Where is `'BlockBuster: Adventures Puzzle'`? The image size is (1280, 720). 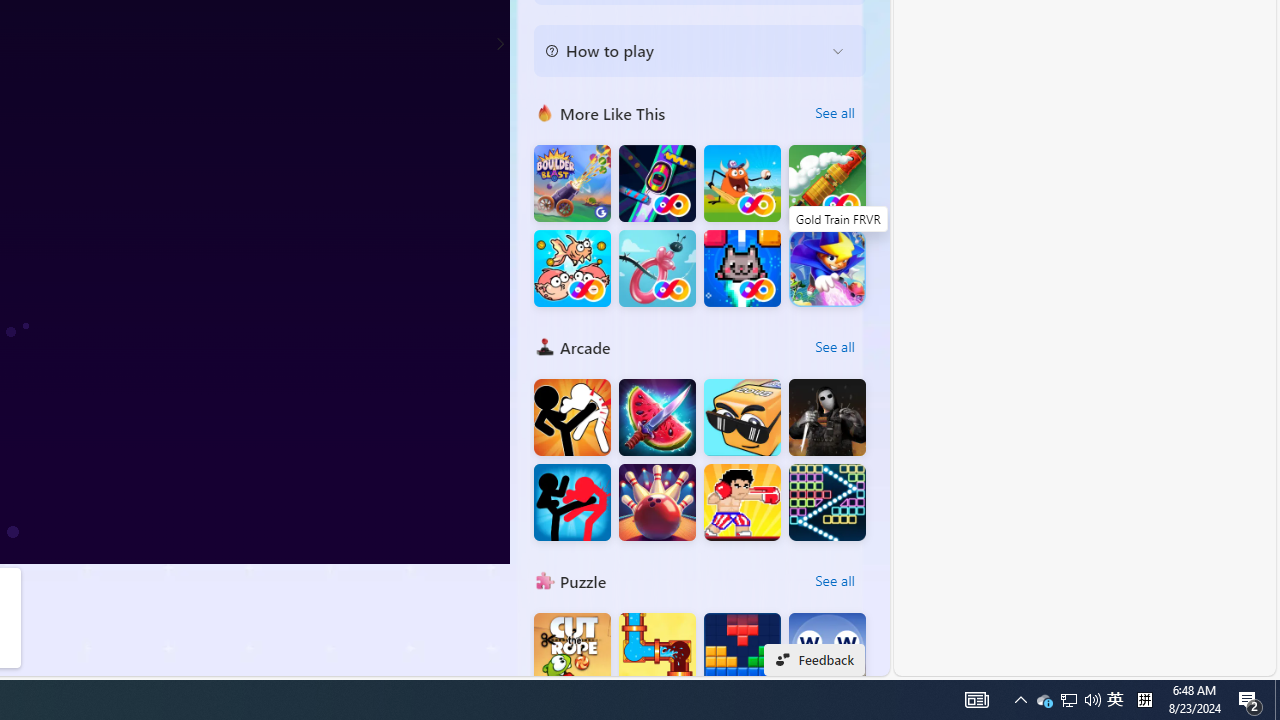
'BlockBuster: Adventures Puzzle' is located at coordinates (741, 651).